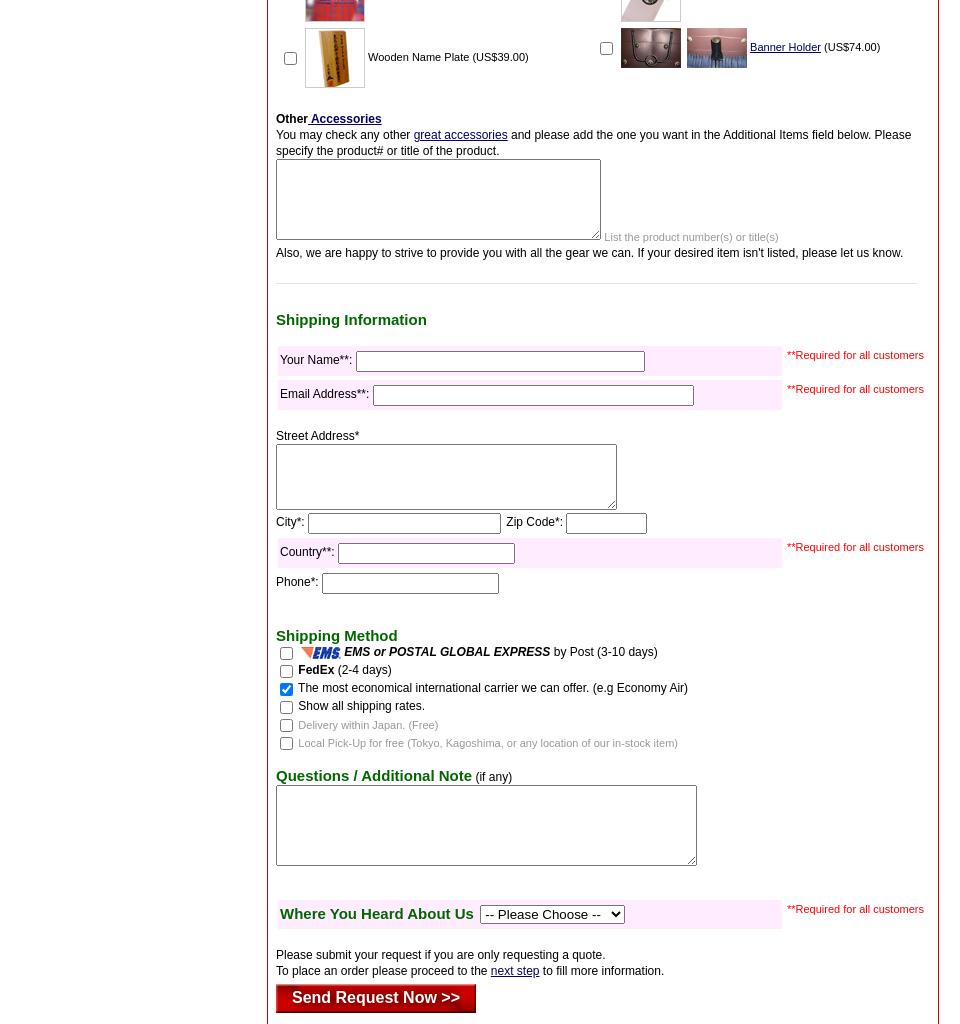 The image size is (960, 1024). Describe the element at coordinates (472, 775) in the screenshot. I see `'(if any)'` at that location.